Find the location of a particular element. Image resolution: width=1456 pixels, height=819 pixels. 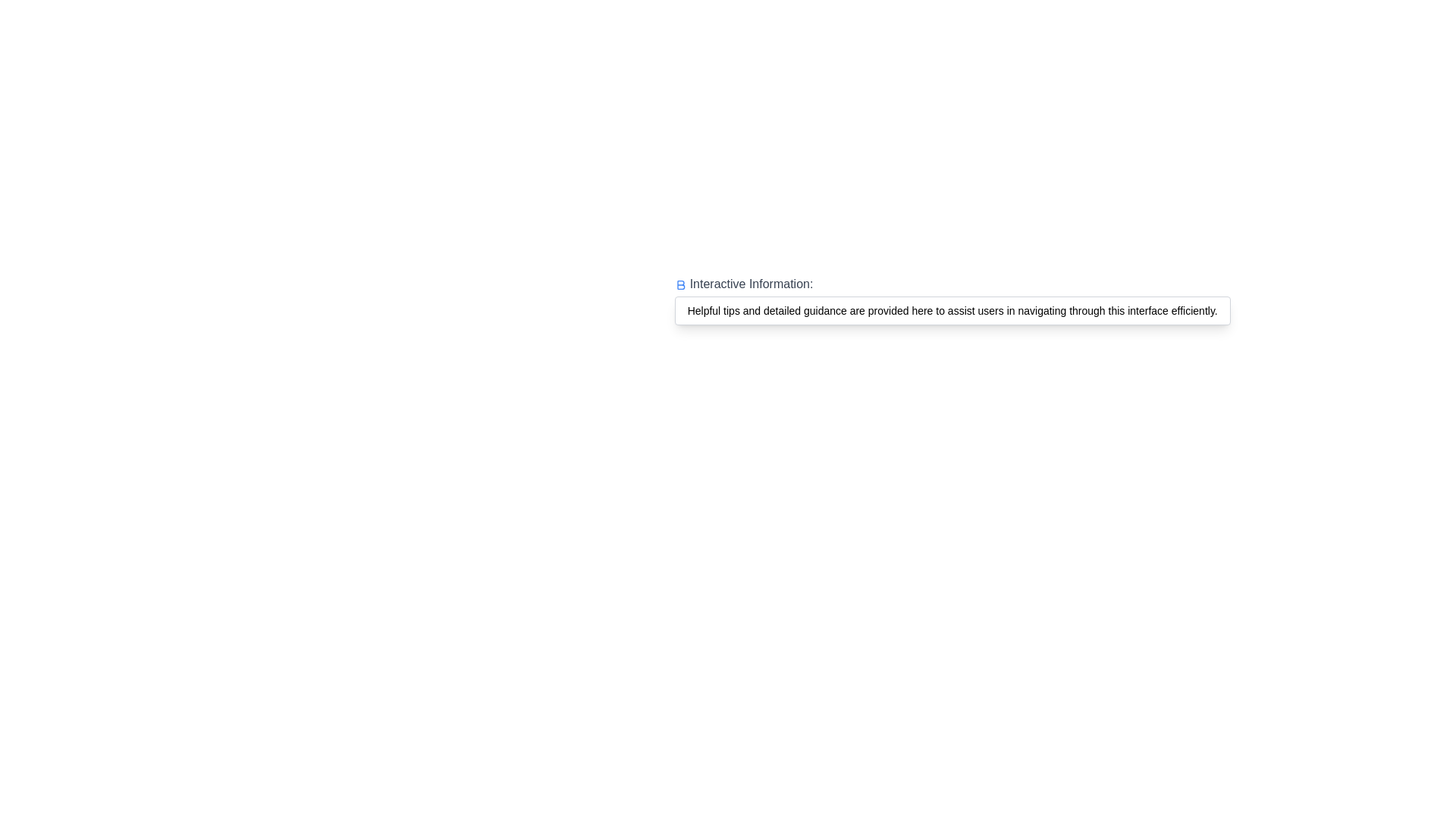

the decorative or informative SVG icon located to the left of the 'Interactive Information' text element is located at coordinates (679, 284).